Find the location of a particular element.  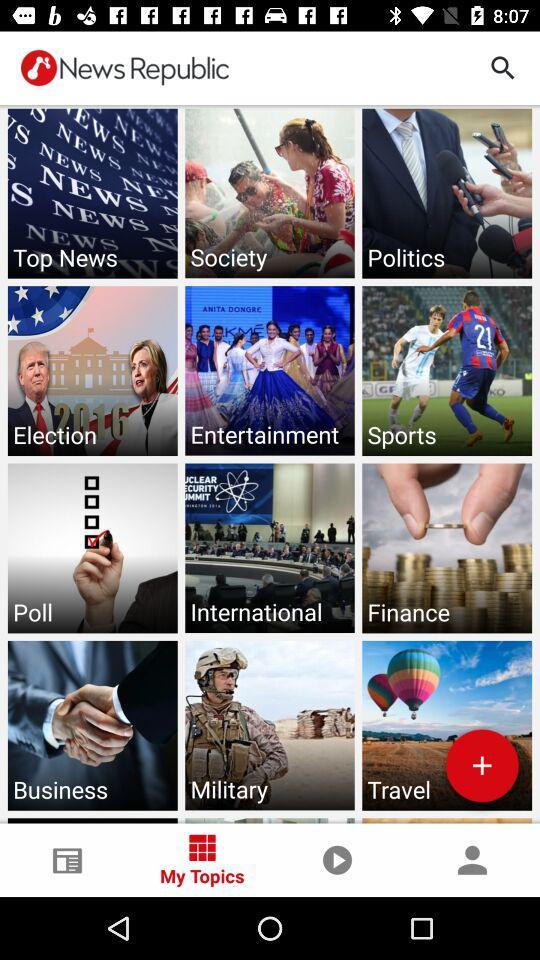

the person icon is located at coordinates (472, 859).